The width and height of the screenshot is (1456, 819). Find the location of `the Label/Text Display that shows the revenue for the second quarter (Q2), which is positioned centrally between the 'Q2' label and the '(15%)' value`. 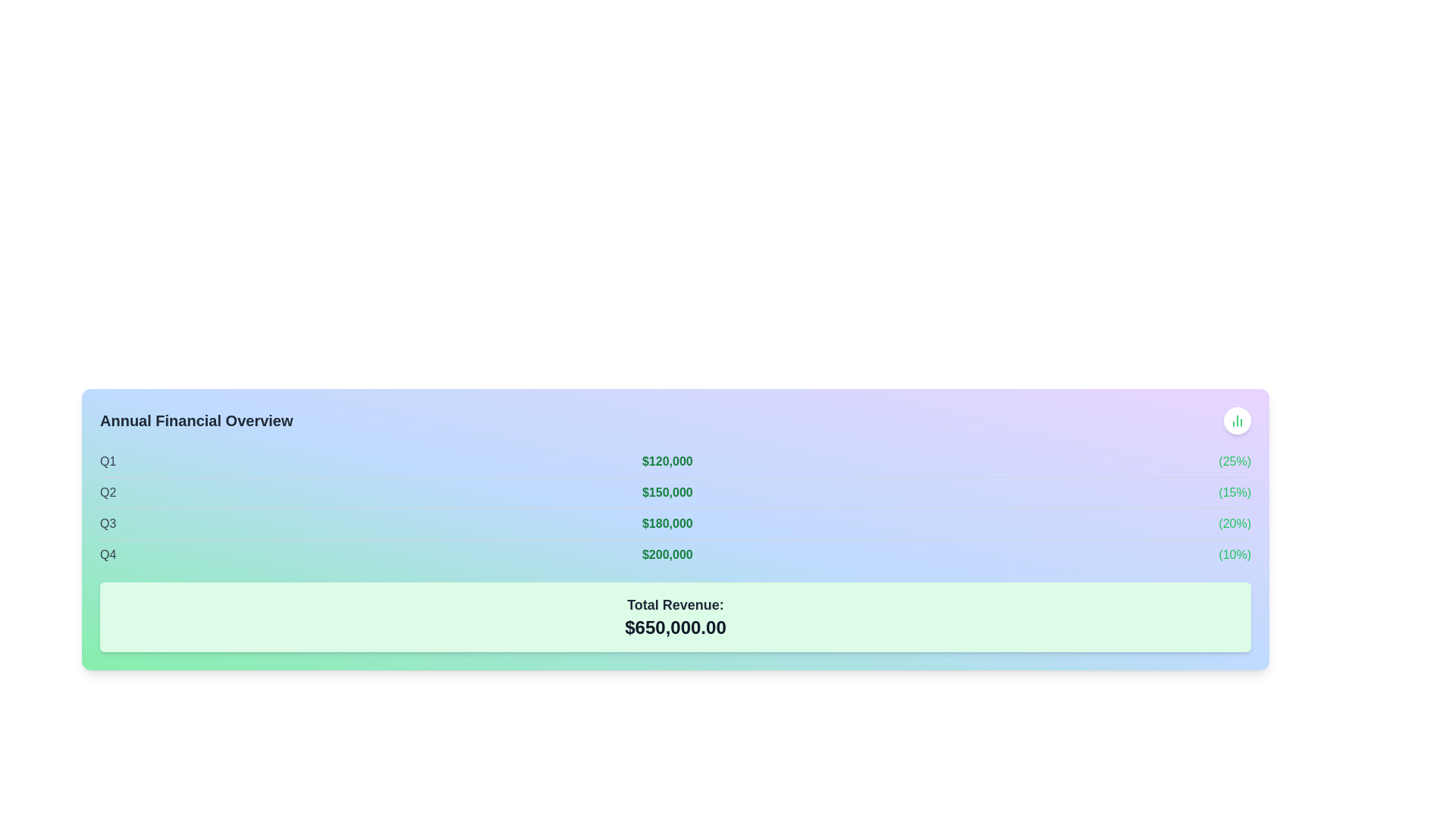

the Label/Text Display that shows the revenue for the second quarter (Q2), which is positioned centrally between the 'Q2' label and the '(15%)' value is located at coordinates (667, 493).